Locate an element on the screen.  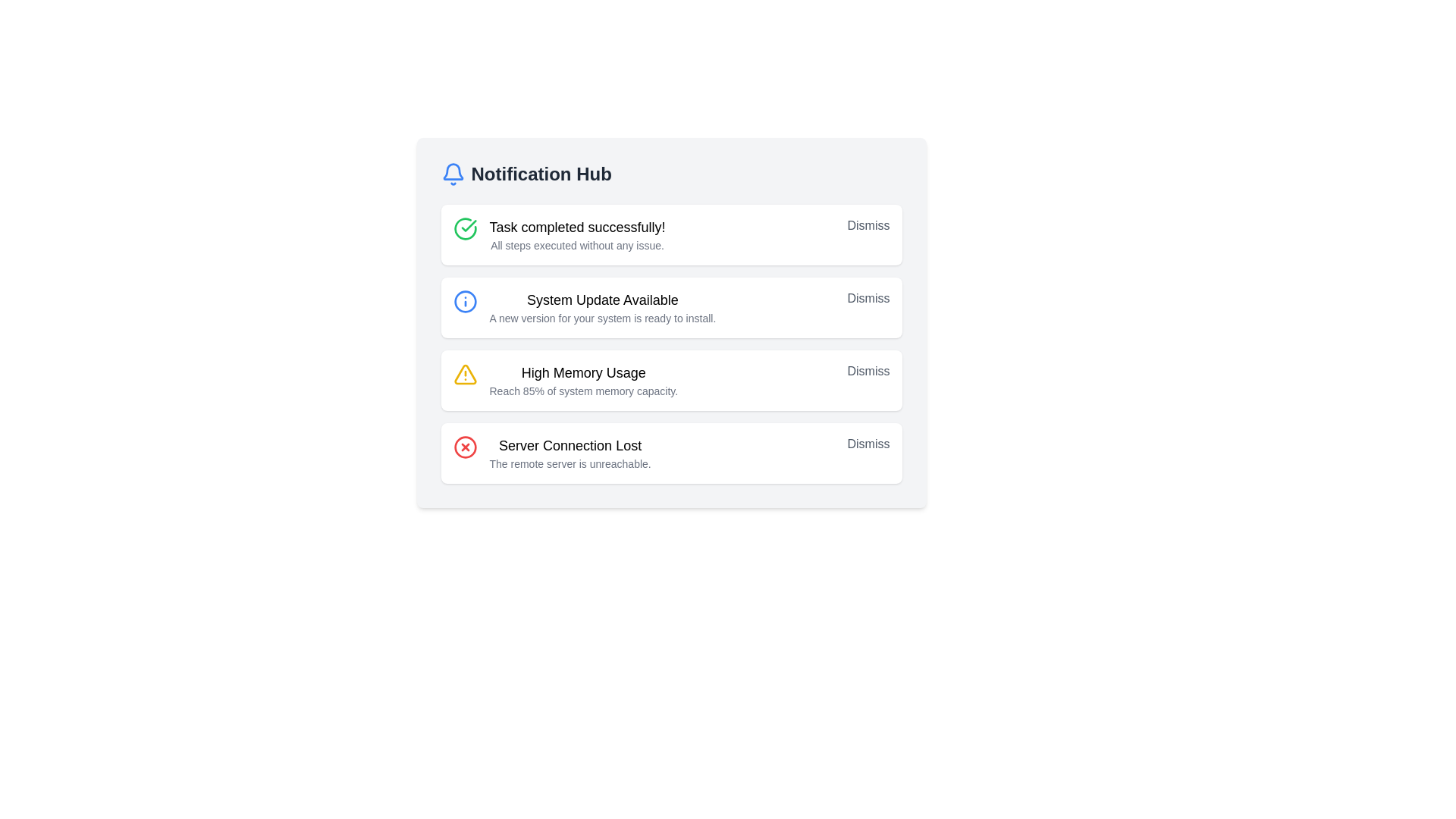
the text element displaying the message 'A new version for your system is ready to install.' which is styled in a smaller gray font and positioned below 'System Update Available' in the notification section is located at coordinates (601, 318).